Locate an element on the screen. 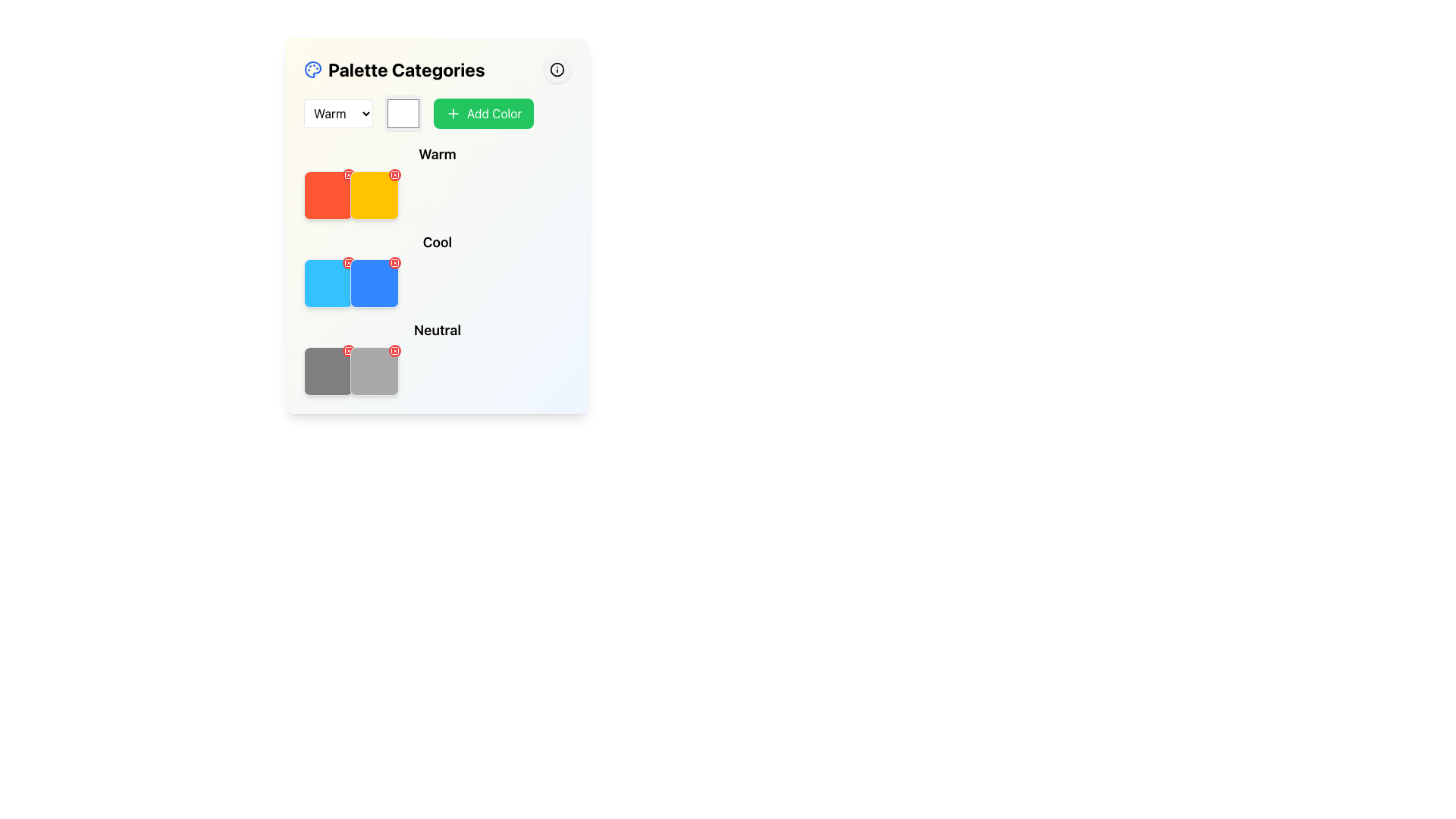  the Close Button located in the top-right corner of the red tile in the first row of the 'Warm' category is located at coordinates (348, 174).